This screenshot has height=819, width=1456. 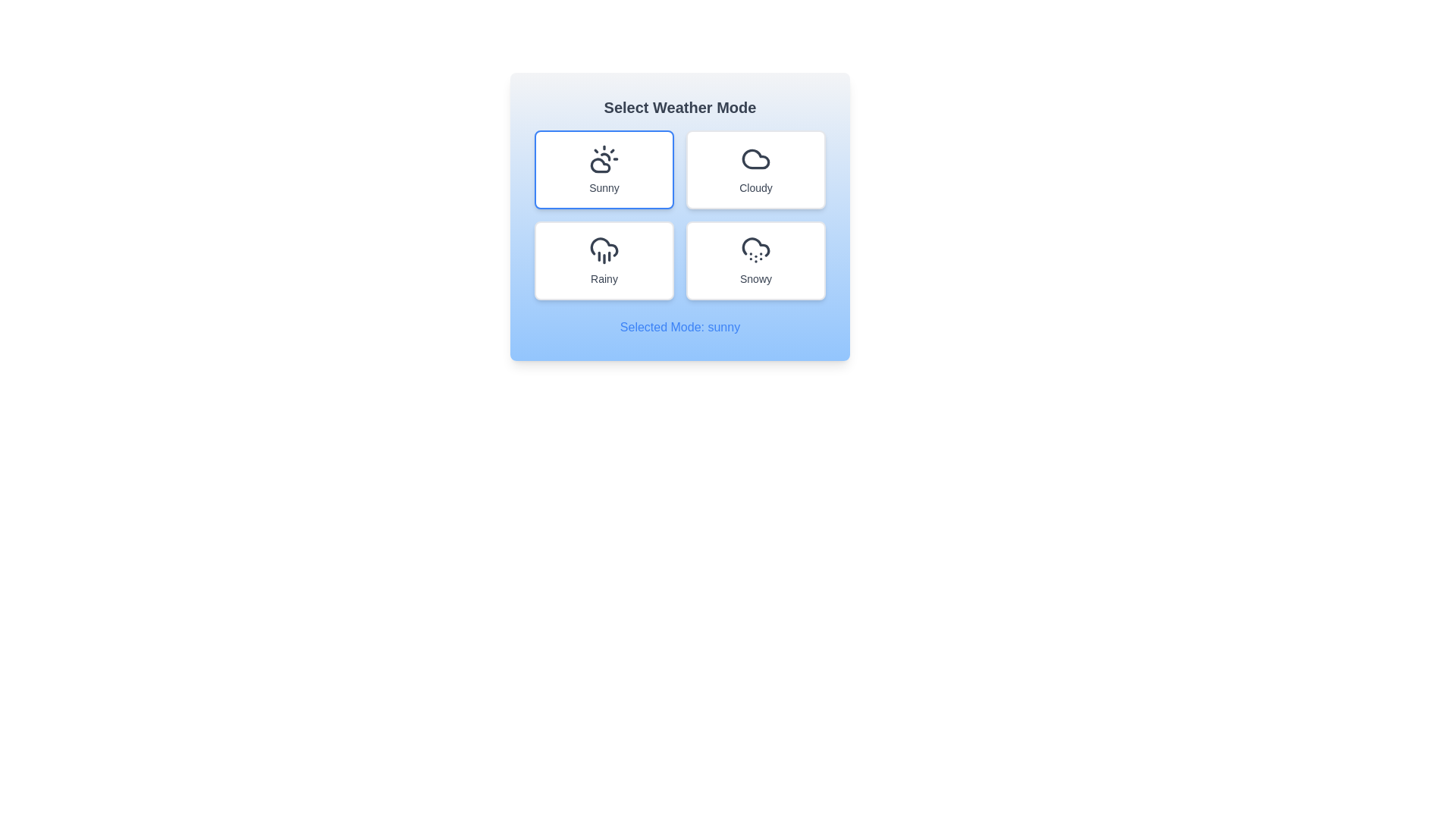 What do you see at coordinates (756, 169) in the screenshot?
I see `the weather mode cloudy by clicking on the corresponding button` at bounding box center [756, 169].